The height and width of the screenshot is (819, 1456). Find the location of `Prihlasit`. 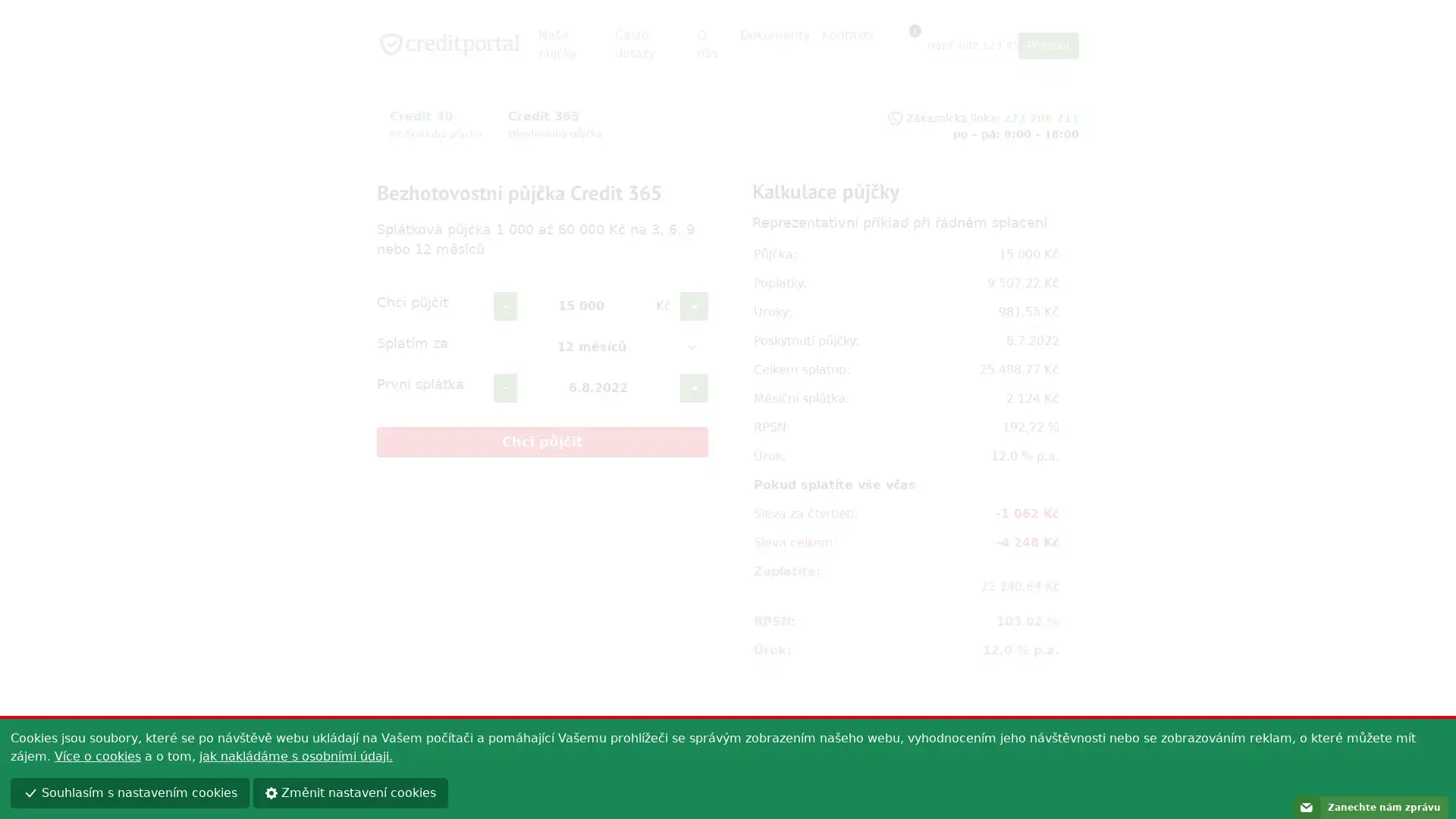

Prihlasit is located at coordinates (1047, 45).